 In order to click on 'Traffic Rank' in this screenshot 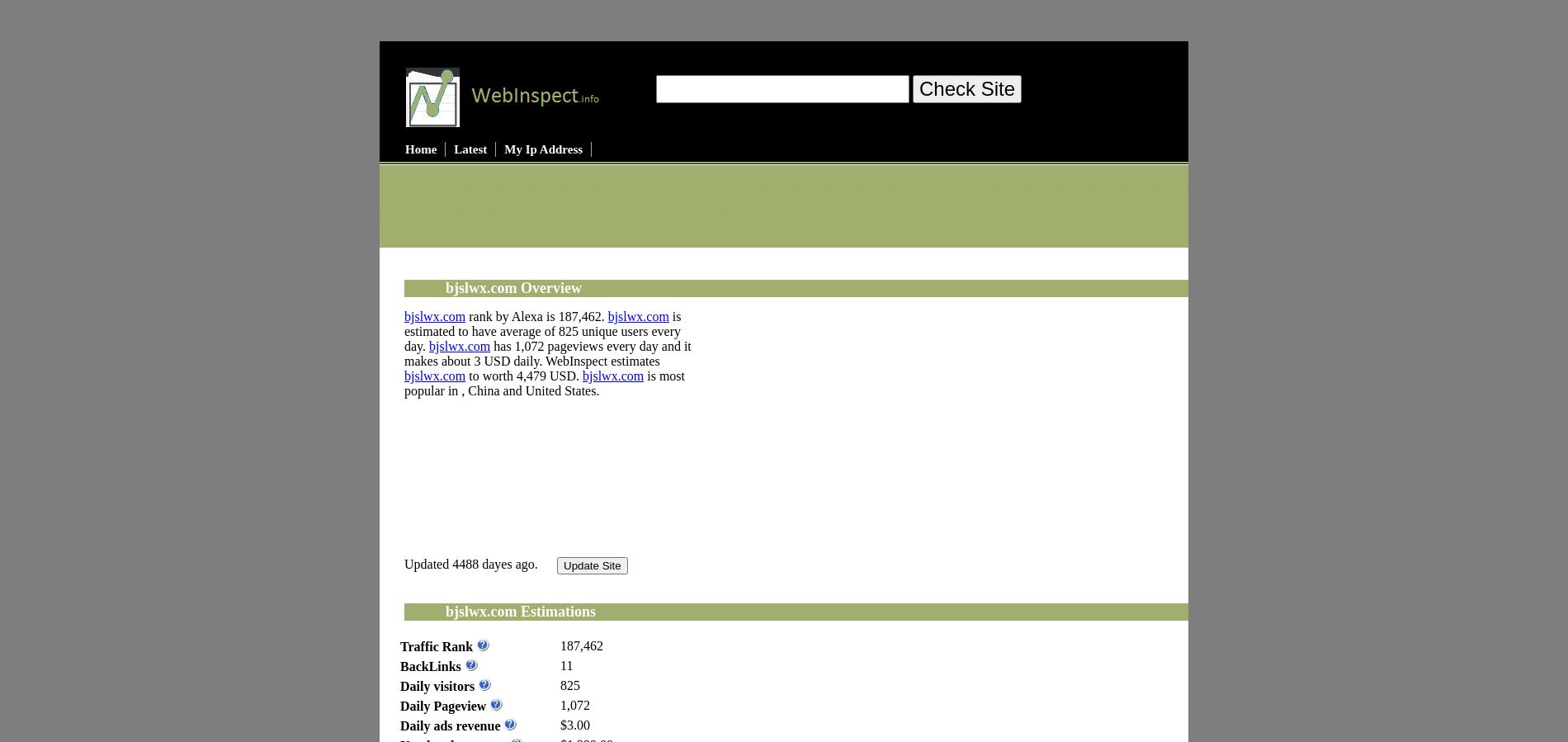, I will do `click(400, 645)`.